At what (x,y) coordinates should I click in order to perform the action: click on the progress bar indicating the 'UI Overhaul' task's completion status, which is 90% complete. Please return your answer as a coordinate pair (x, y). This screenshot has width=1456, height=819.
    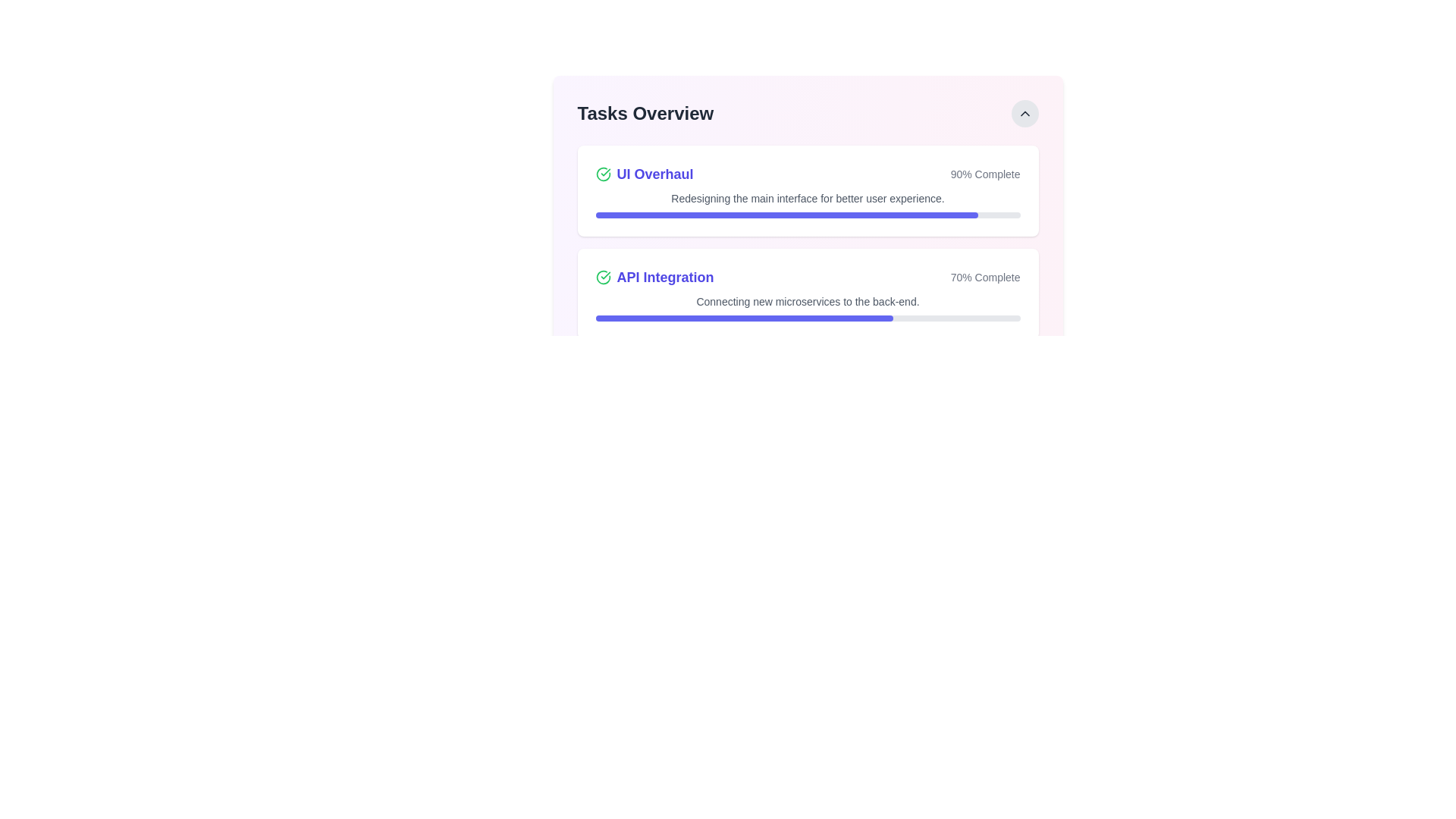
    Looking at the image, I should click on (807, 215).